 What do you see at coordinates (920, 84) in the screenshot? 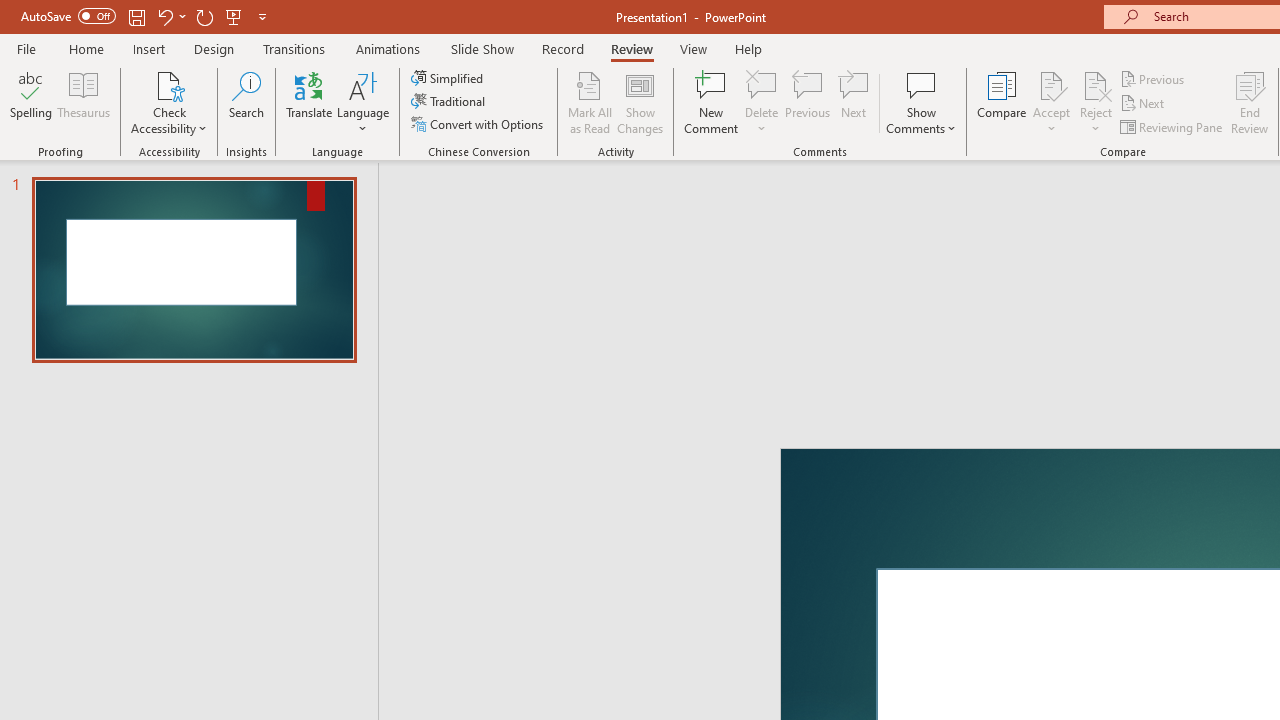
I see `'Show Comments'` at bounding box center [920, 84].